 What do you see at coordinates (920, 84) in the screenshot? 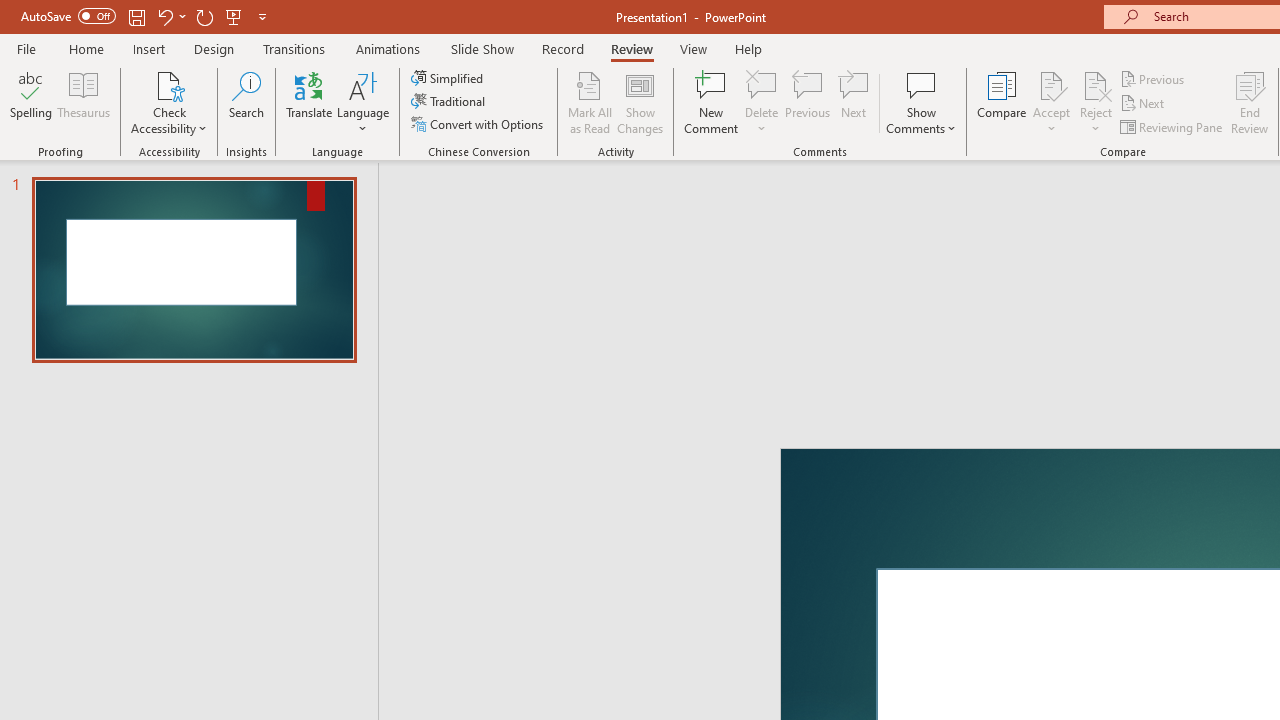
I see `'Show Comments'` at bounding box center [920, 84].